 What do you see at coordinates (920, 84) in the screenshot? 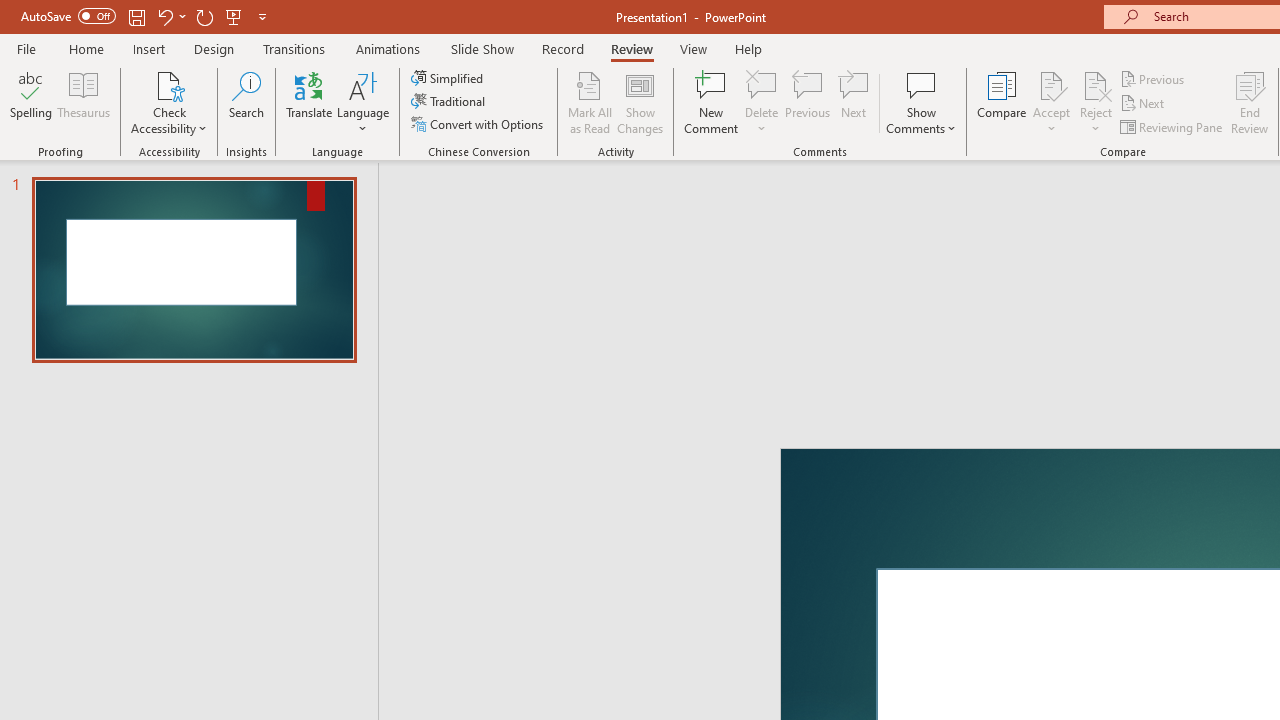
I see `'Show Comments'` at bounding box center [920, 84].